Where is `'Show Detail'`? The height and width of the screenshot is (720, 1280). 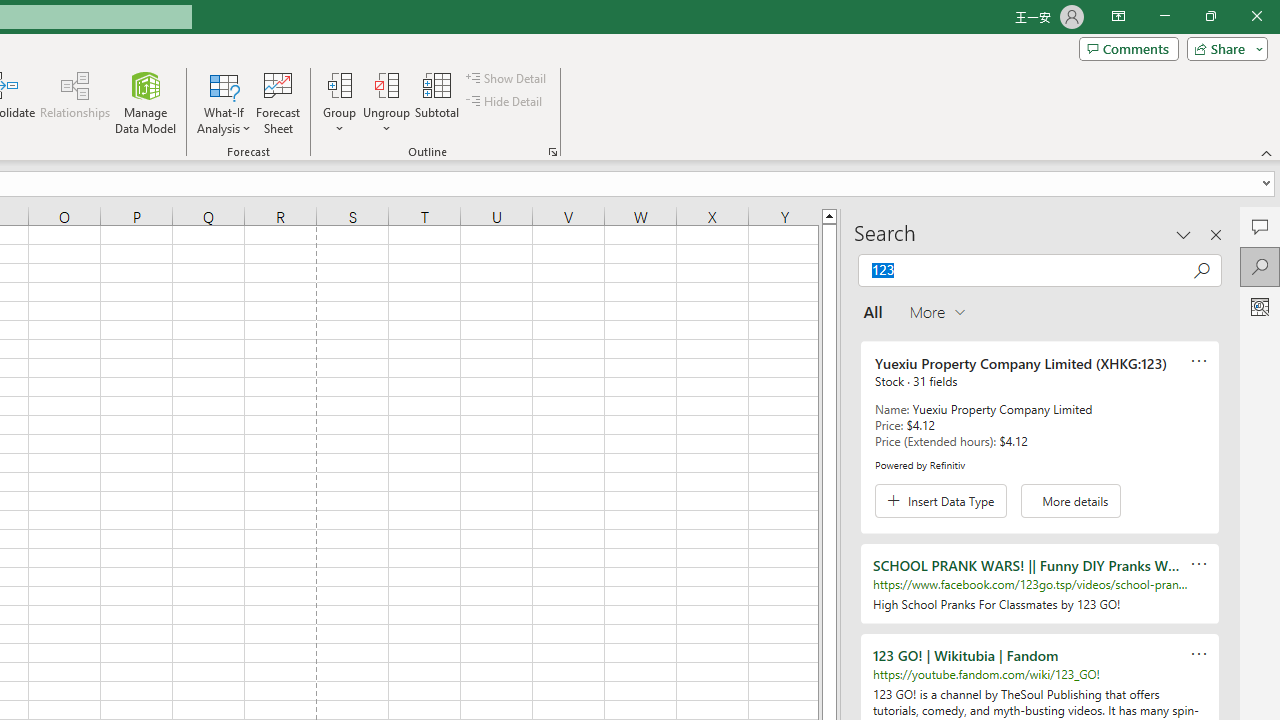
'Show Detail' is located at coordinates (507, 77).